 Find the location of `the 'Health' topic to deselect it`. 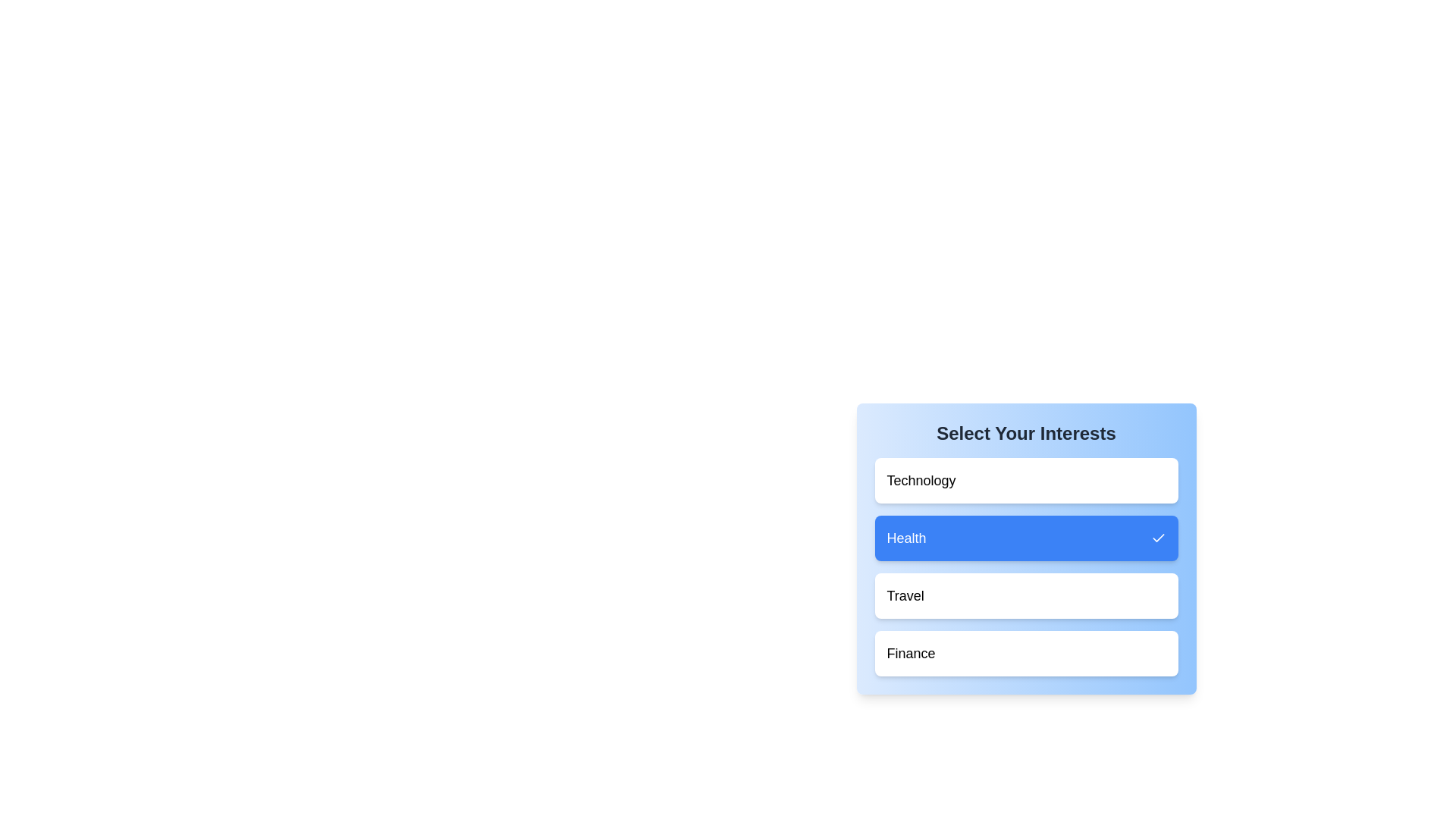

the 'Health' topic to deselect it is located at coordinates (1026, 537).